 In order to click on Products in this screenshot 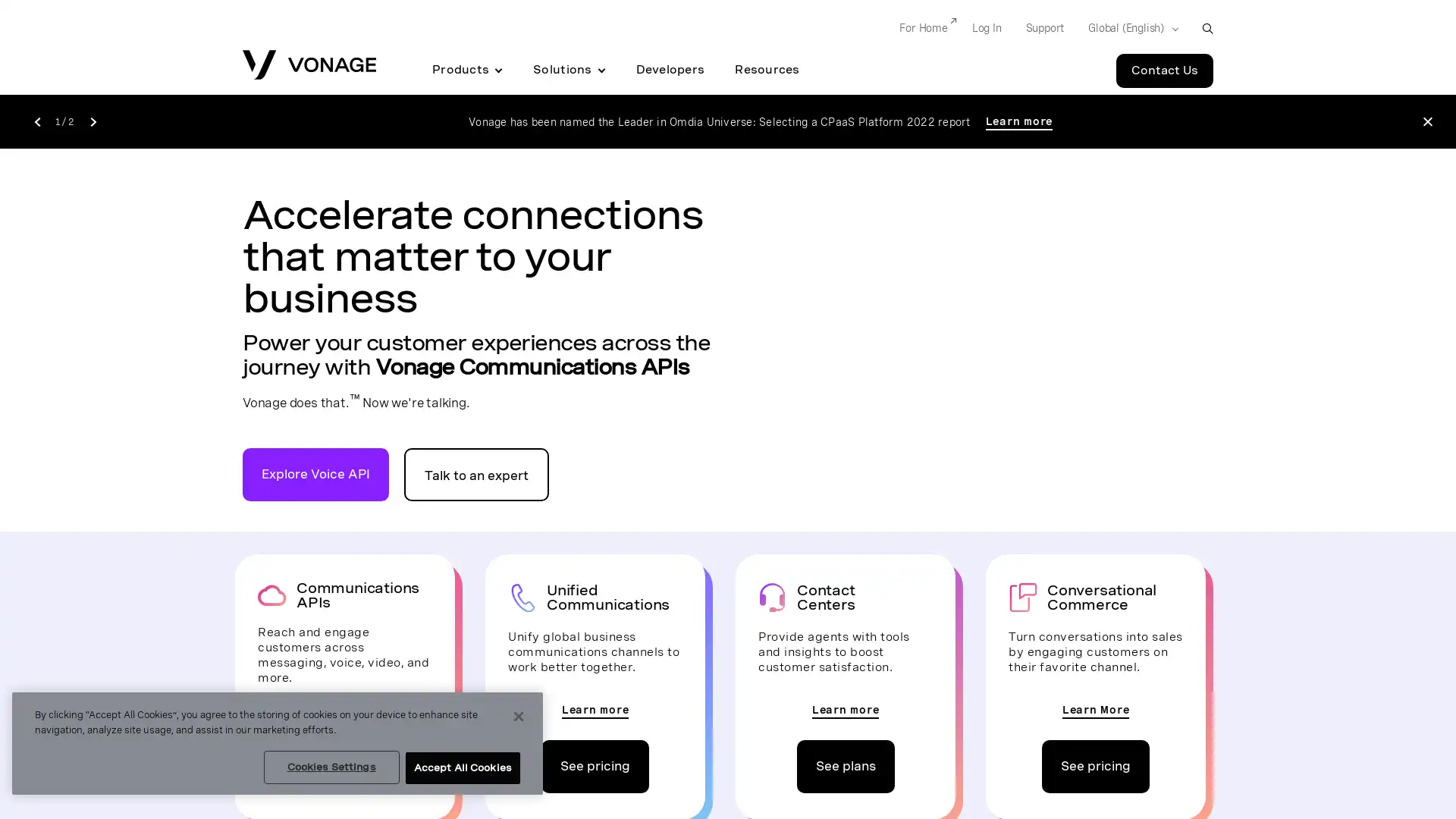, I will do `click(466, 70)`.